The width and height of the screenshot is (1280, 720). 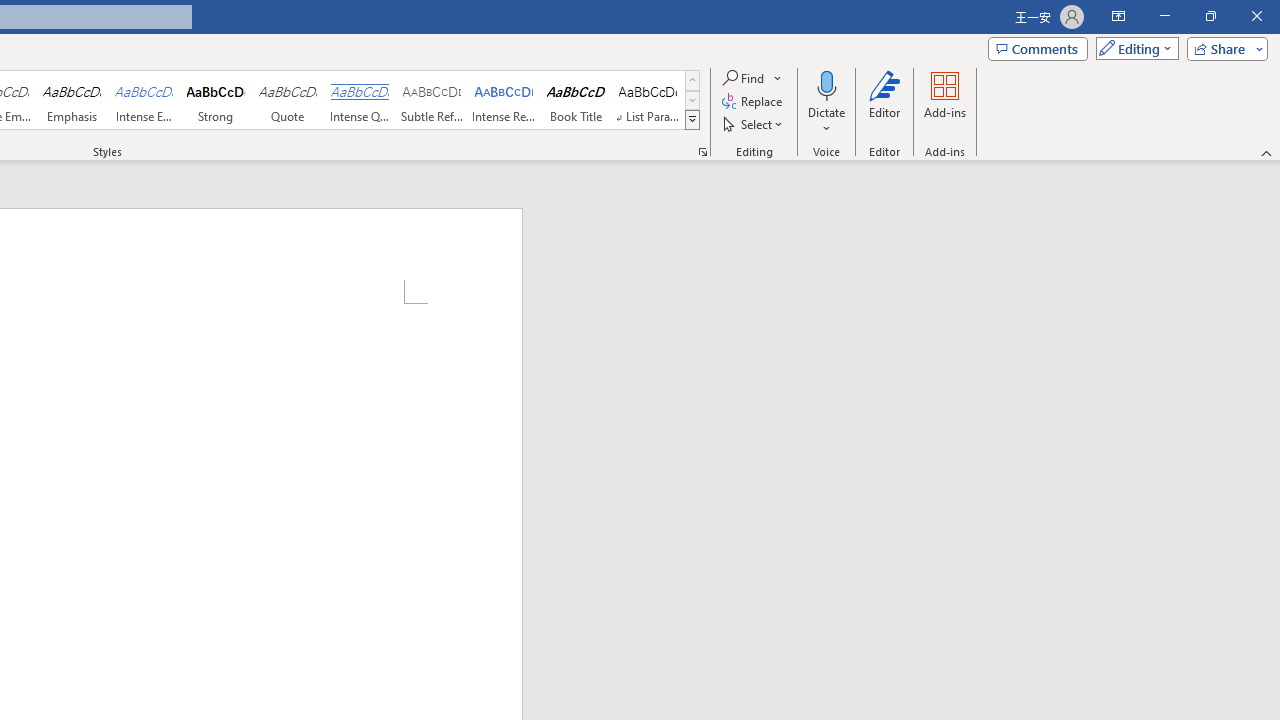 What do you see at coordinates (143, 100) in the screenshot?
I see `'Intense Emphasis'` at bounding box center [143, 100].